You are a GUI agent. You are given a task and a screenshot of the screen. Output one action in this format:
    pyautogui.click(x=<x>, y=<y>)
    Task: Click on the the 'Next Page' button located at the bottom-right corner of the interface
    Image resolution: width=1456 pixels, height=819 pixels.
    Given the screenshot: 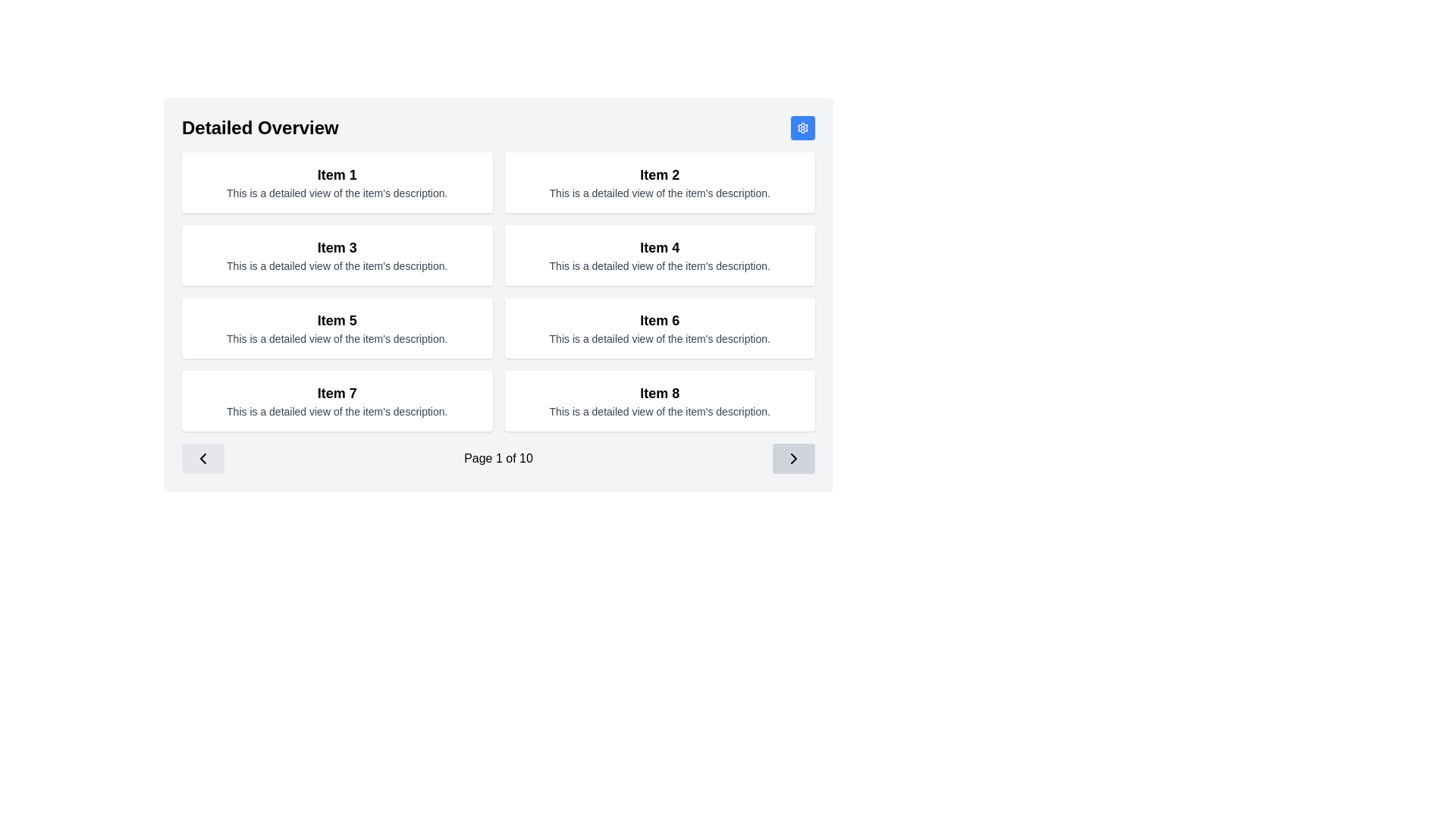 What is the action you would take?
    pyautogui.click(x=792, y=458)
    